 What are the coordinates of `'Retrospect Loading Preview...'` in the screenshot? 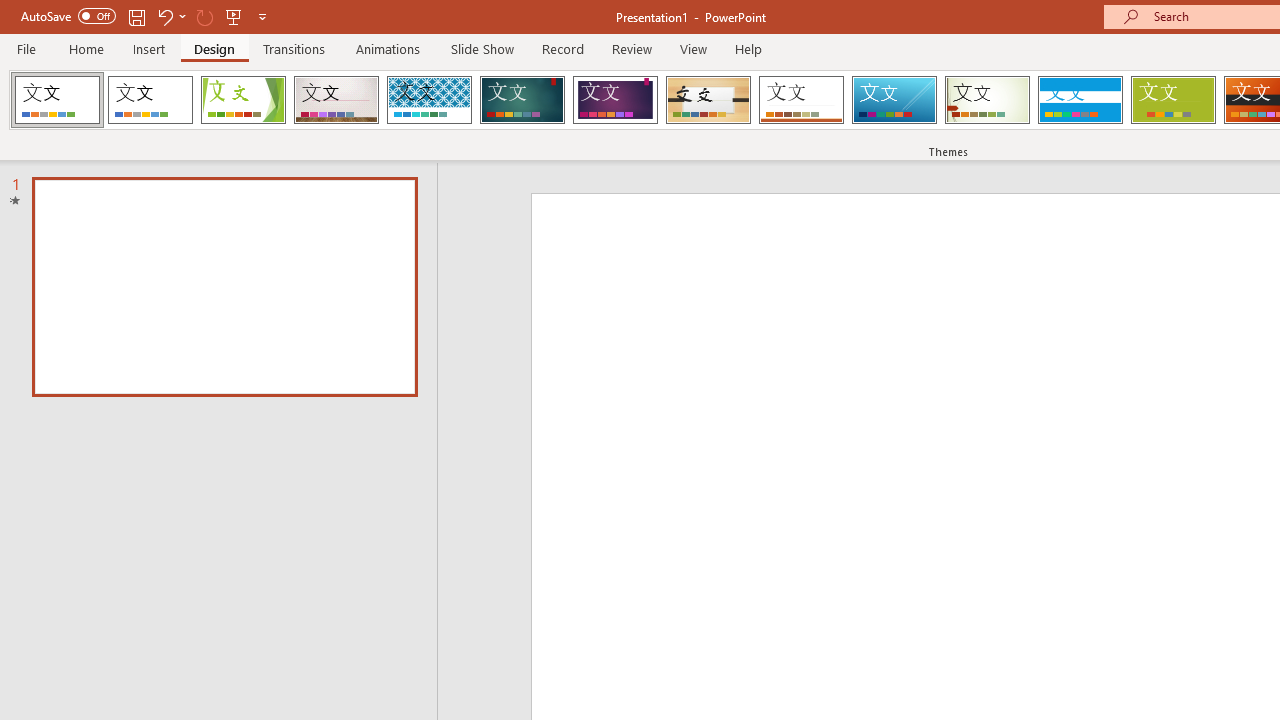 It's located at (801, 100).